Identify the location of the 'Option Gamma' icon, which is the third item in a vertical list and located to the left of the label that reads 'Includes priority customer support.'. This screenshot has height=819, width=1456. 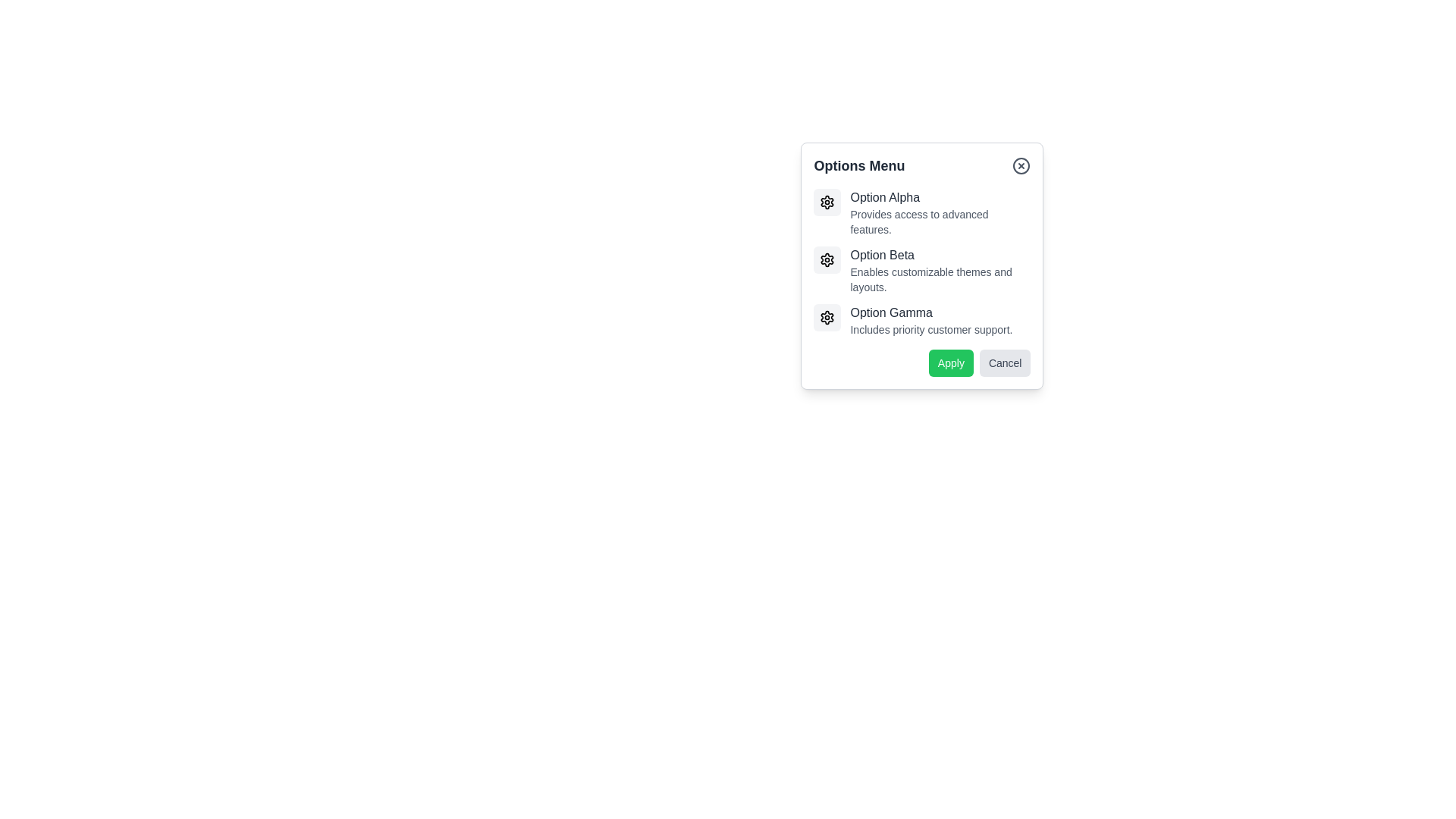
(827, 317).